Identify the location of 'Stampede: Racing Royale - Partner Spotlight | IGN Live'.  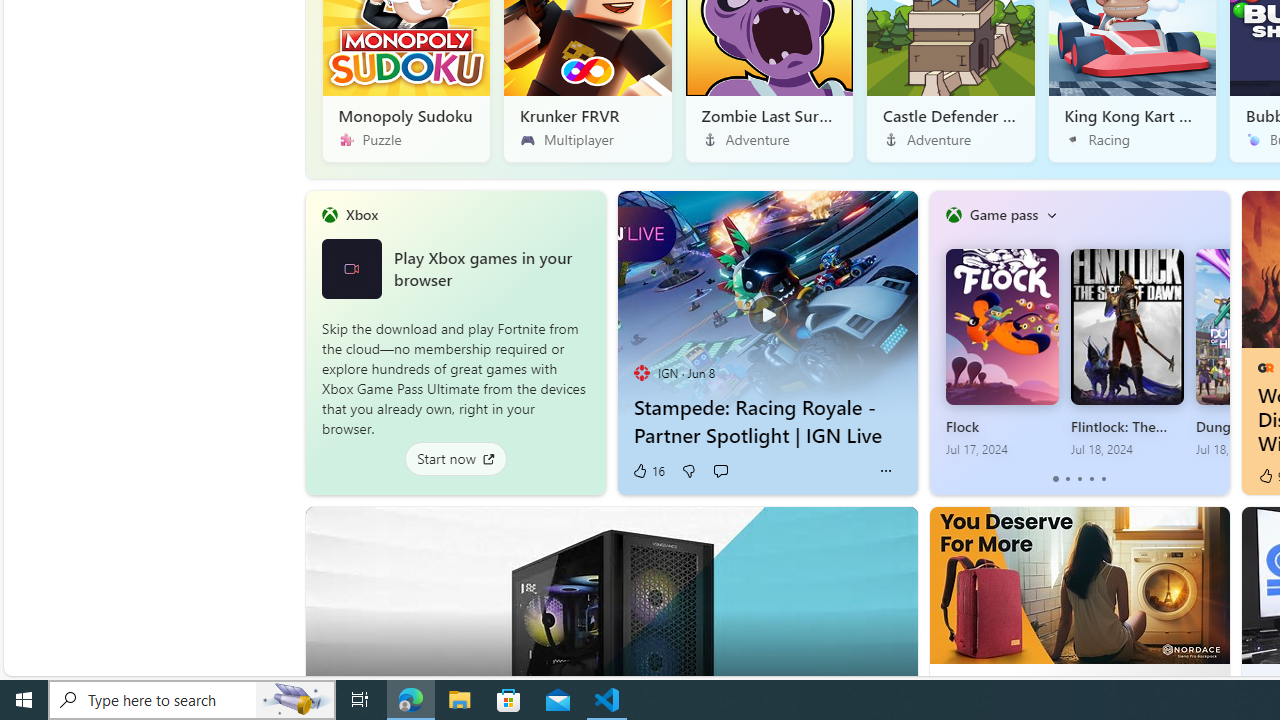
(766, 303).